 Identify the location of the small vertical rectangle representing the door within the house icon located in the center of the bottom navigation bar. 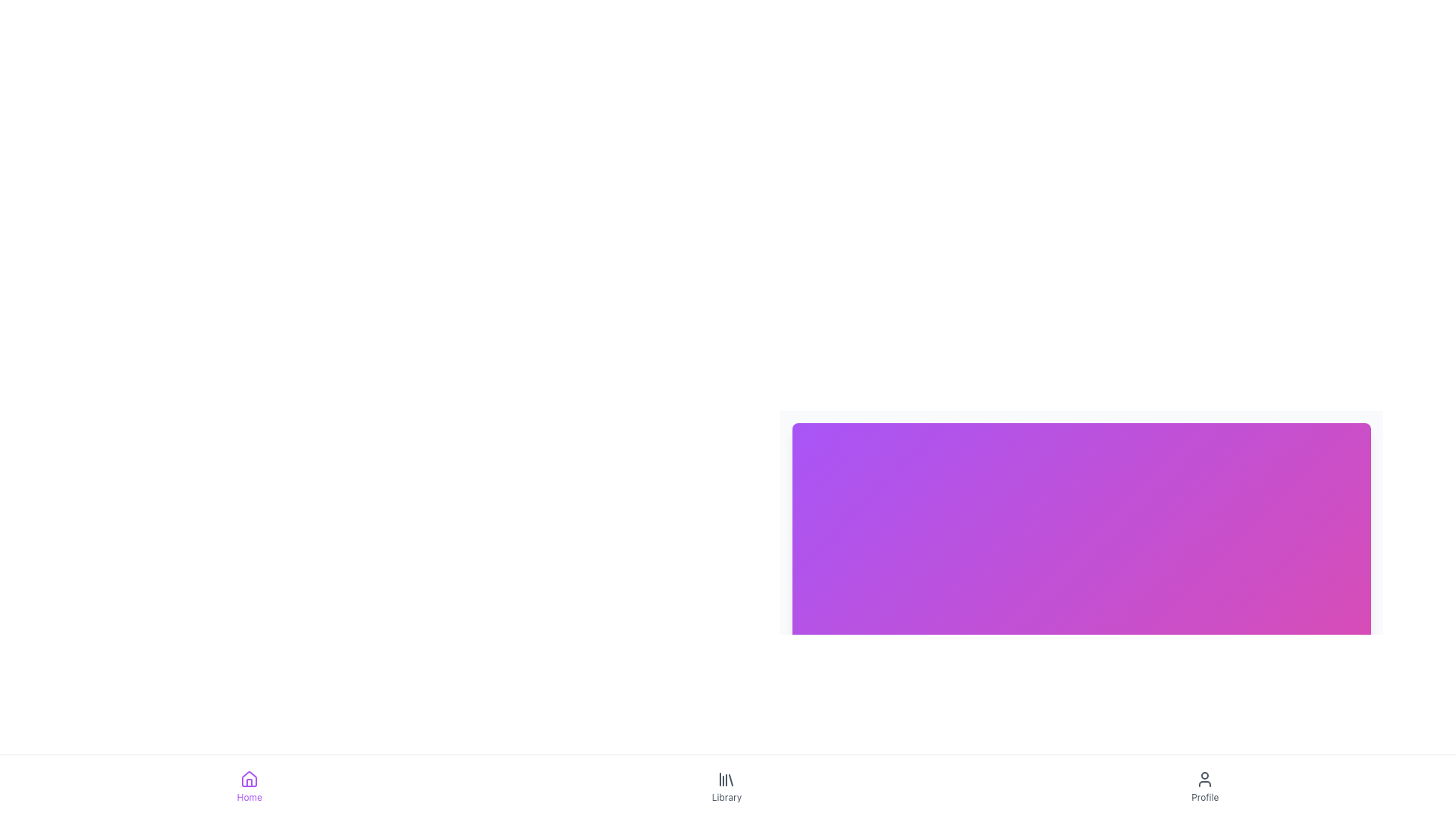
(249, 783).